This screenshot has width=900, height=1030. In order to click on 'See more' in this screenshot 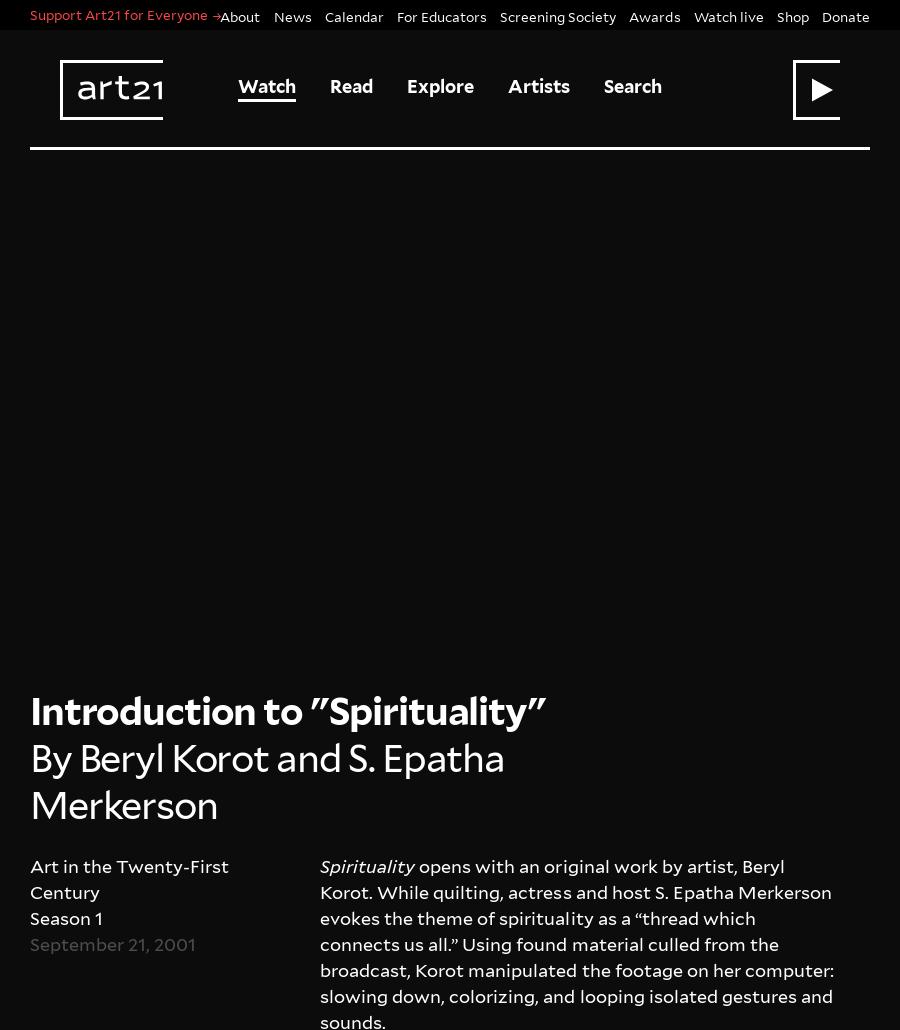, I will do `click(449, 596)`.